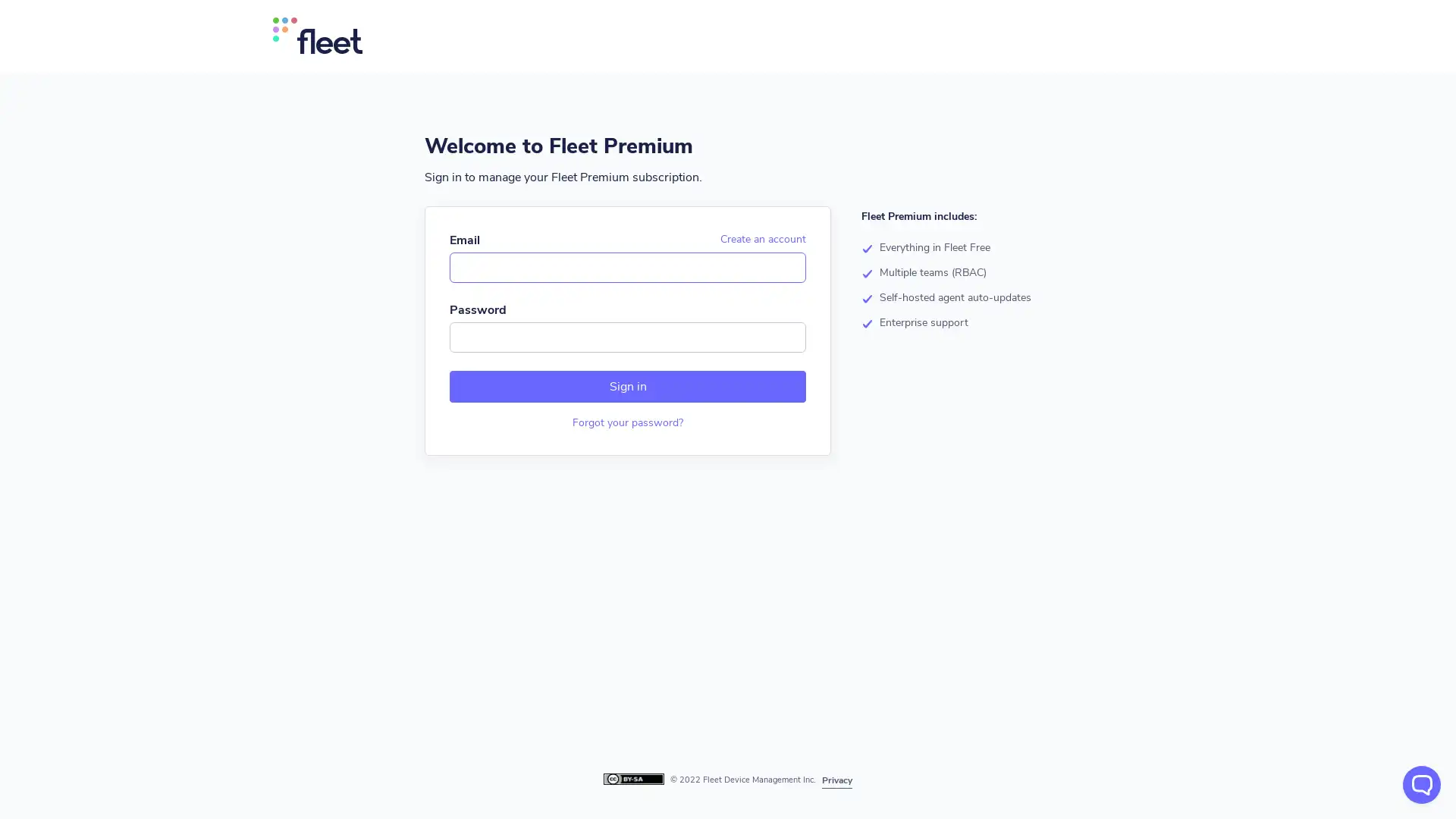  Describe the element at coordinates (627, 385) in the screenshot. I see `Sign in` at that location.